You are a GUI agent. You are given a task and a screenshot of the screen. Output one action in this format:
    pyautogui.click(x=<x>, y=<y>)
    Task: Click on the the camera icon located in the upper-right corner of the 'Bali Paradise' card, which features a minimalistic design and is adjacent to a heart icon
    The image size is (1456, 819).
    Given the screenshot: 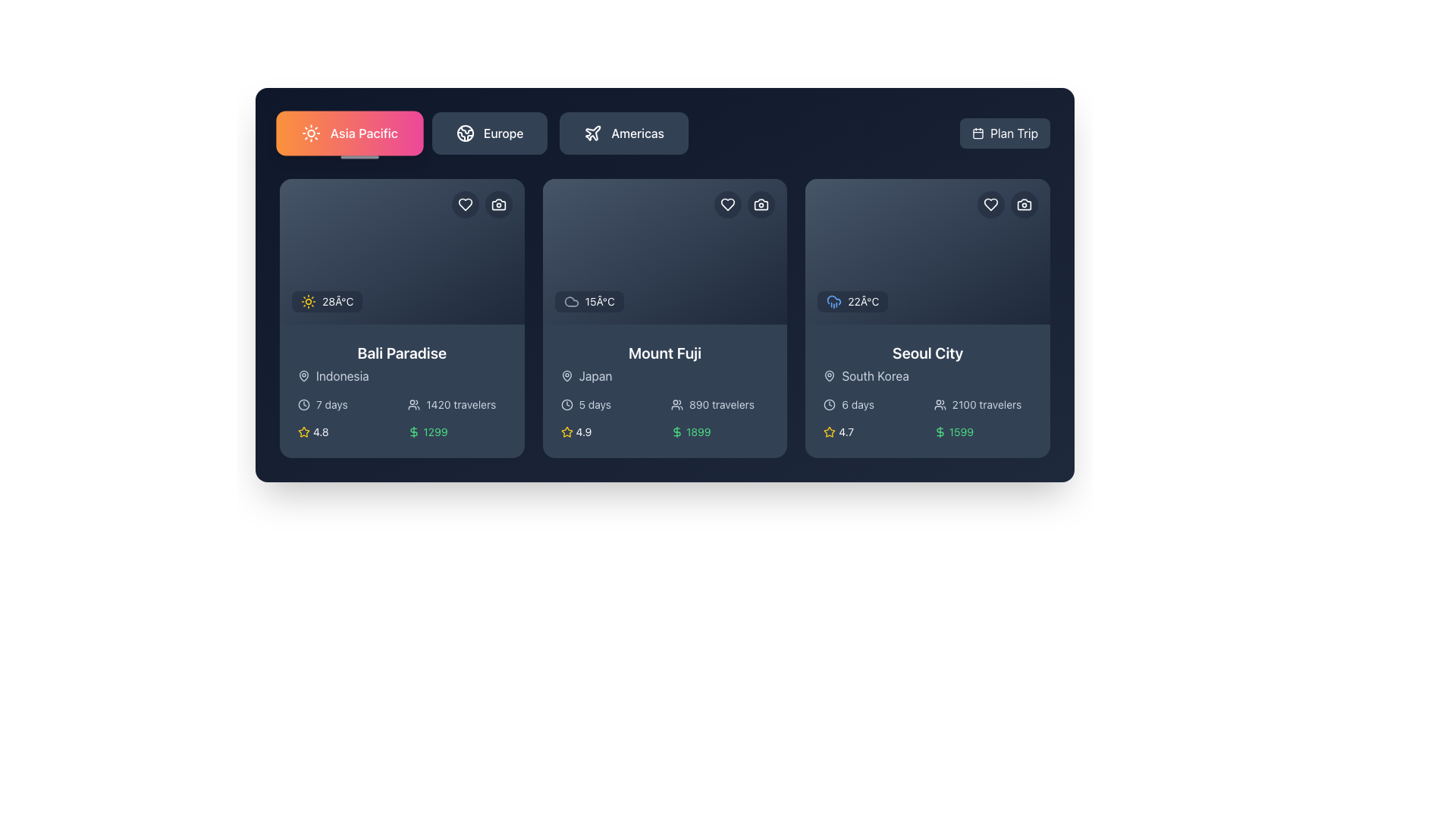 What is the action you would take?
    pyautogui.click(x=498, y=205)
    